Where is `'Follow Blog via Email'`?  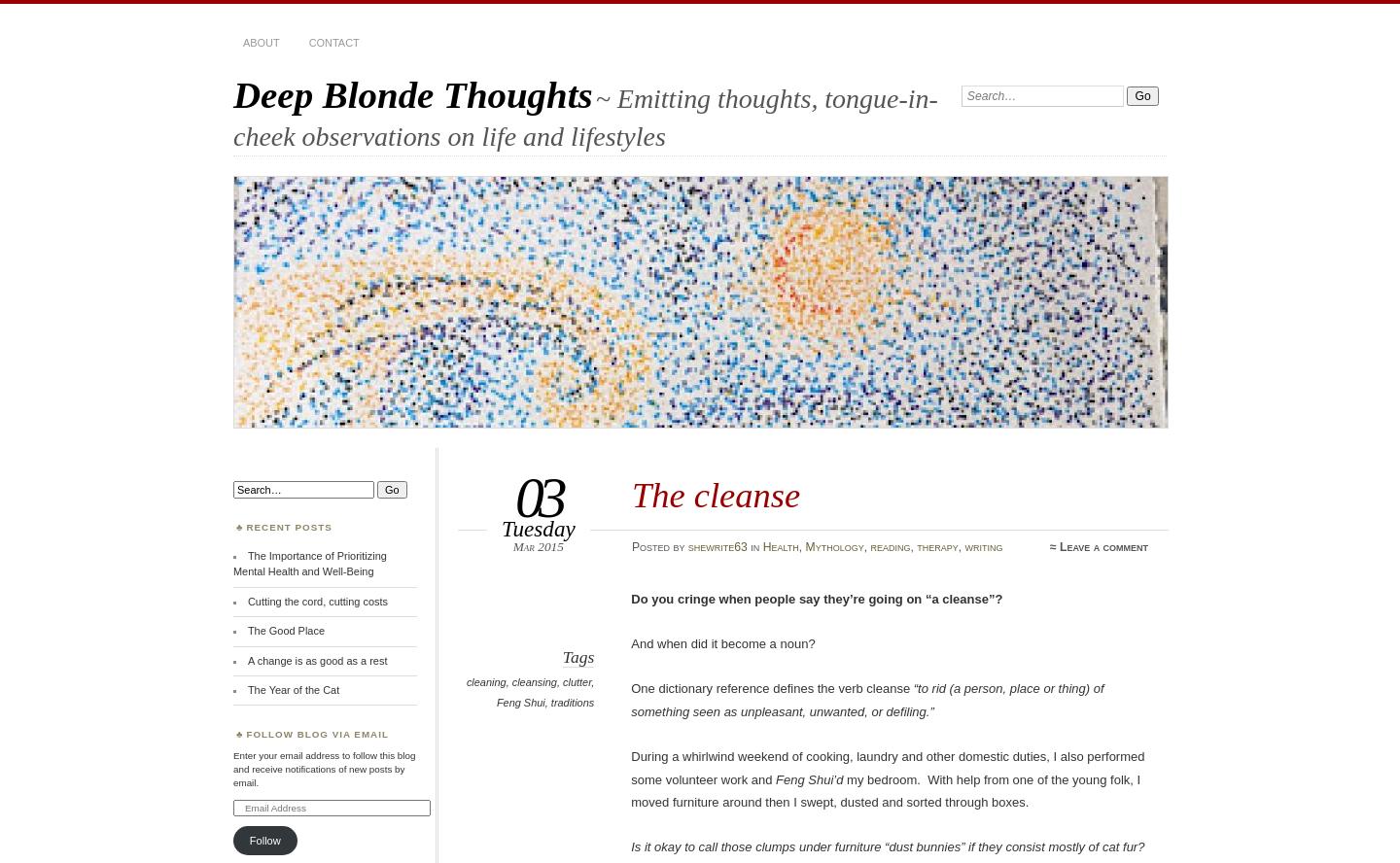 'Follow Blog via Email' is located at coordinates (245, 733).